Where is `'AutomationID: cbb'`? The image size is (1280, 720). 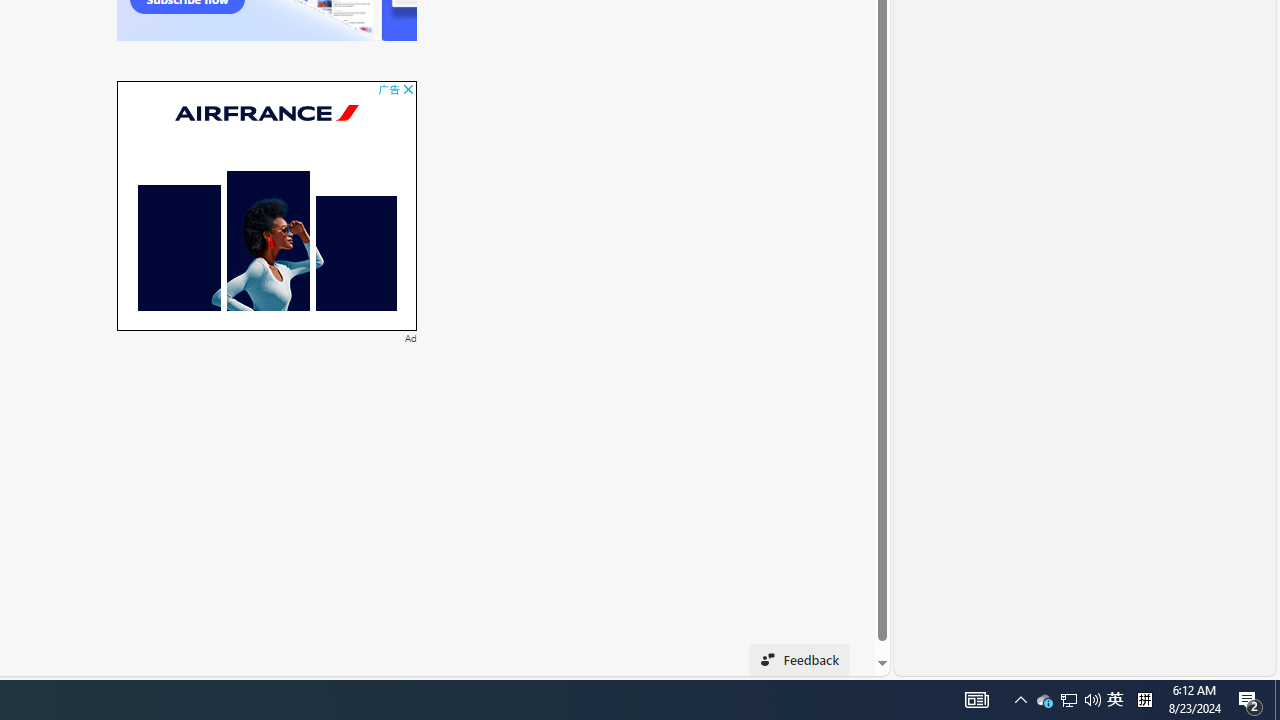 'AutomationID: cbb' is located at coordinates (407, 88).